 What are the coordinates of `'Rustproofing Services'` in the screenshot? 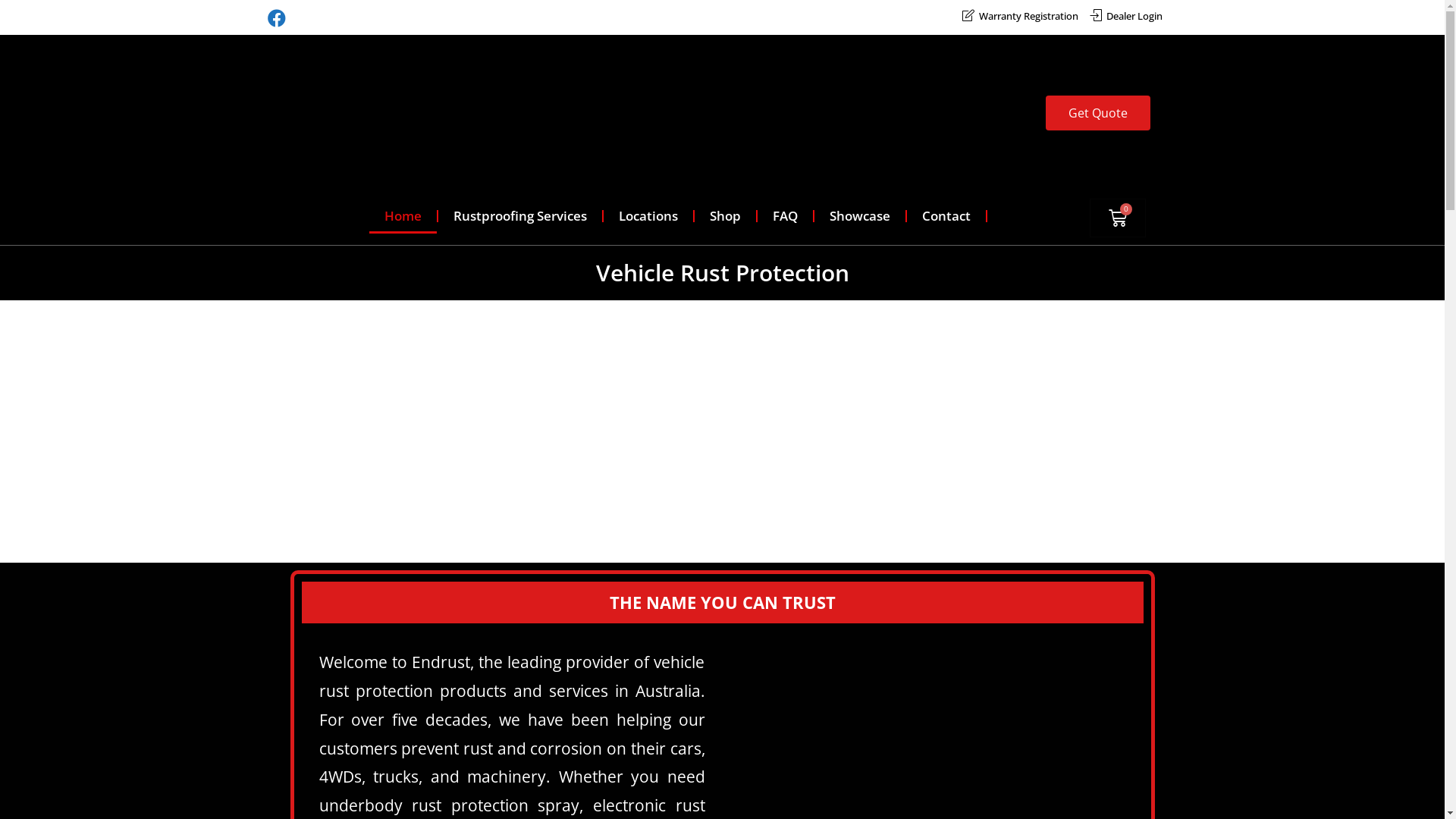 It's located at (520, 216).